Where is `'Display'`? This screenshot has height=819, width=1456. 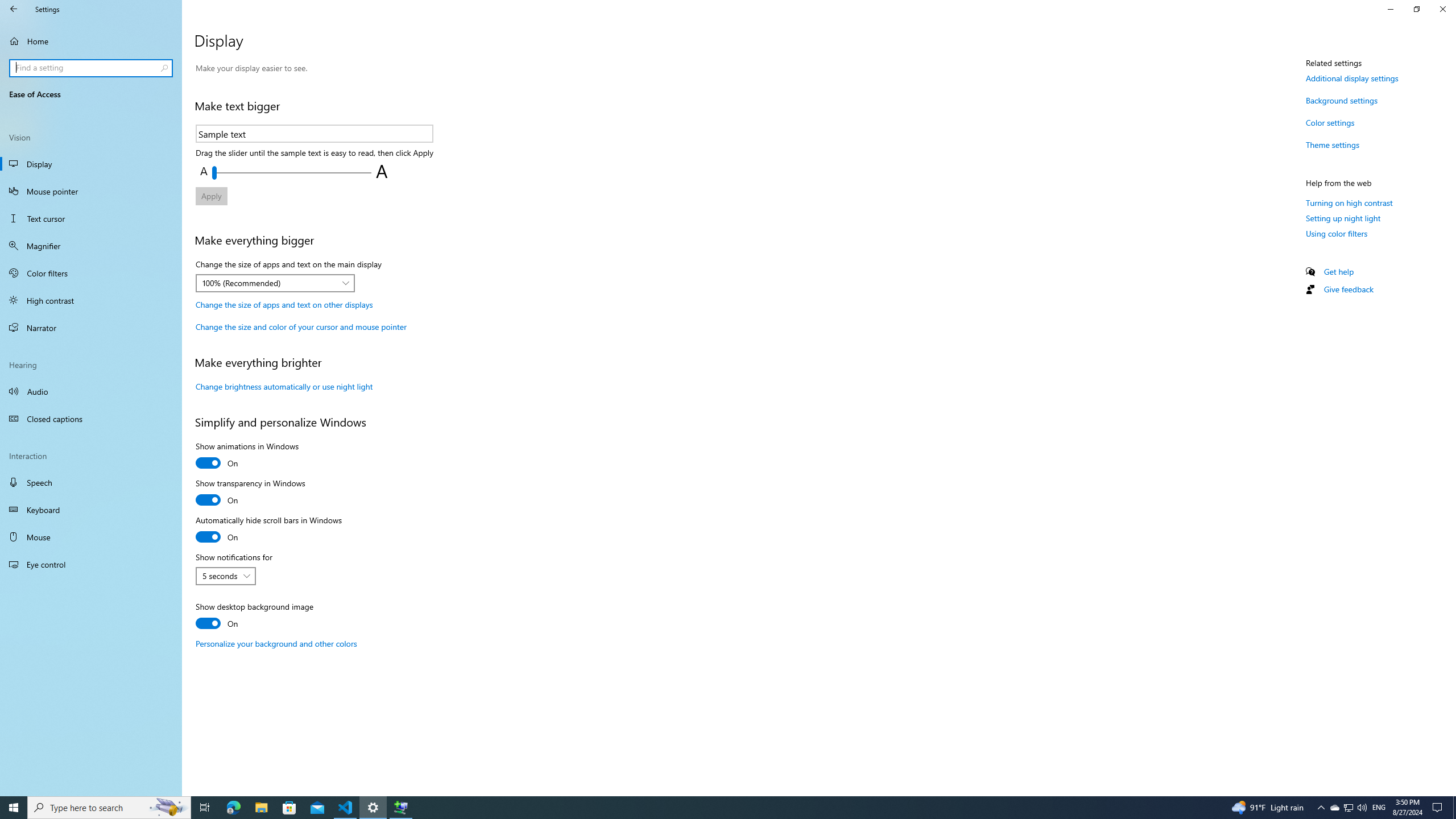
'Display' is located at coordinates (90, 163).